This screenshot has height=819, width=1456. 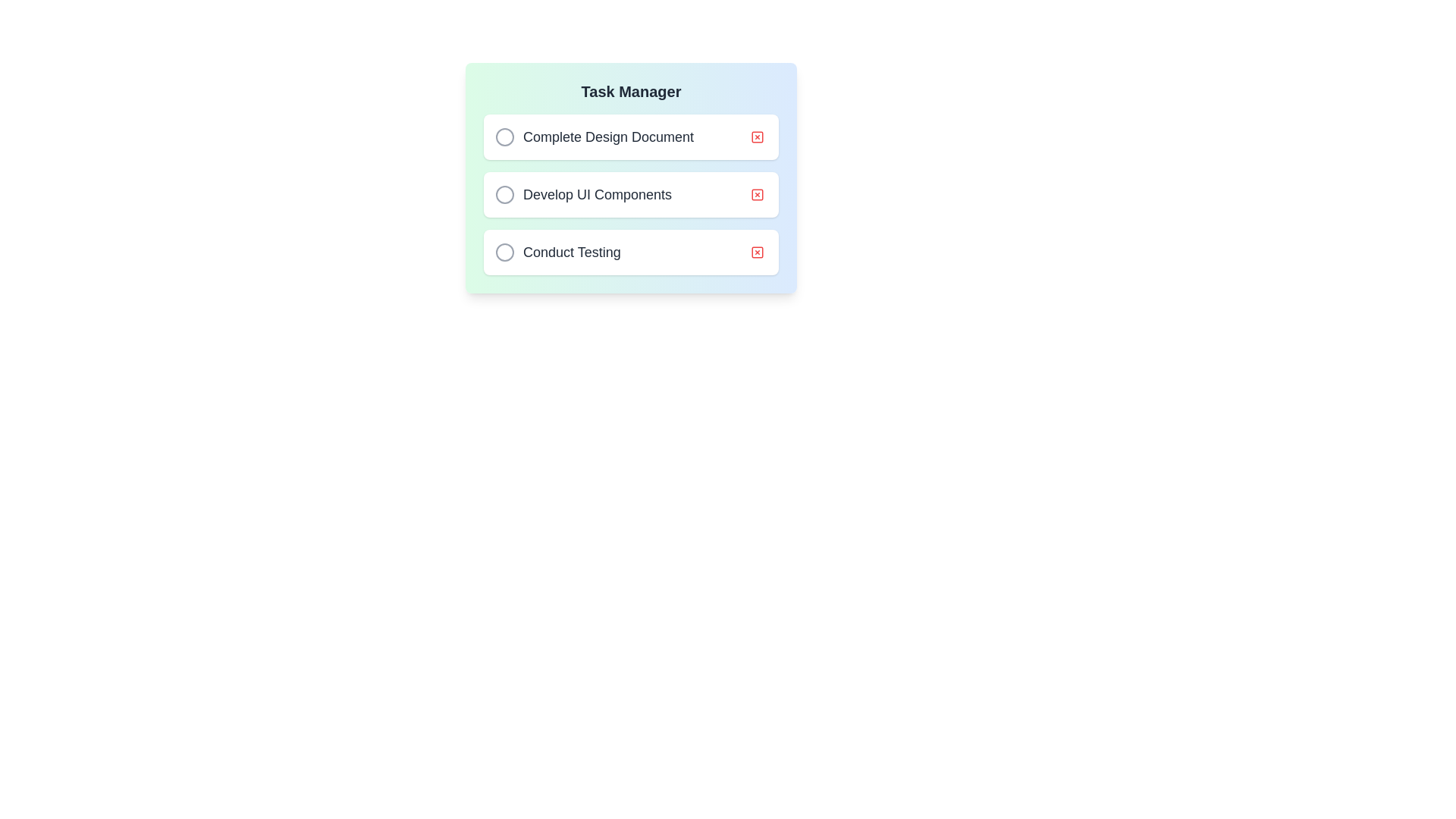 I want to click on the red square button with a white 'X' inside, so click(x=757, y=137).